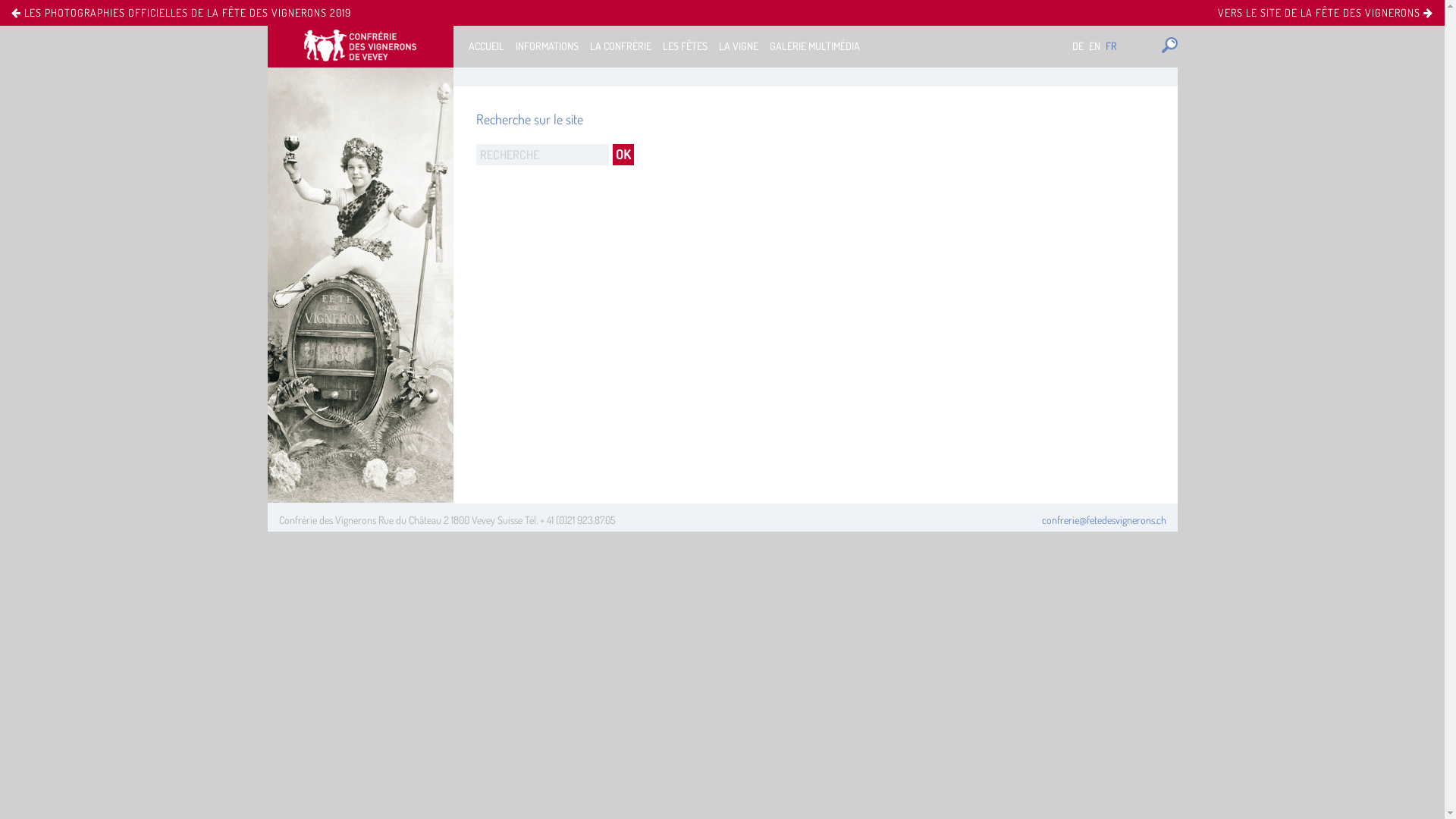  What do you see at coordinates (1103, 519) in the screenshot?
I see `'confrerie@fetedesvignerons.ch'` at bounding box center [1103, 519].